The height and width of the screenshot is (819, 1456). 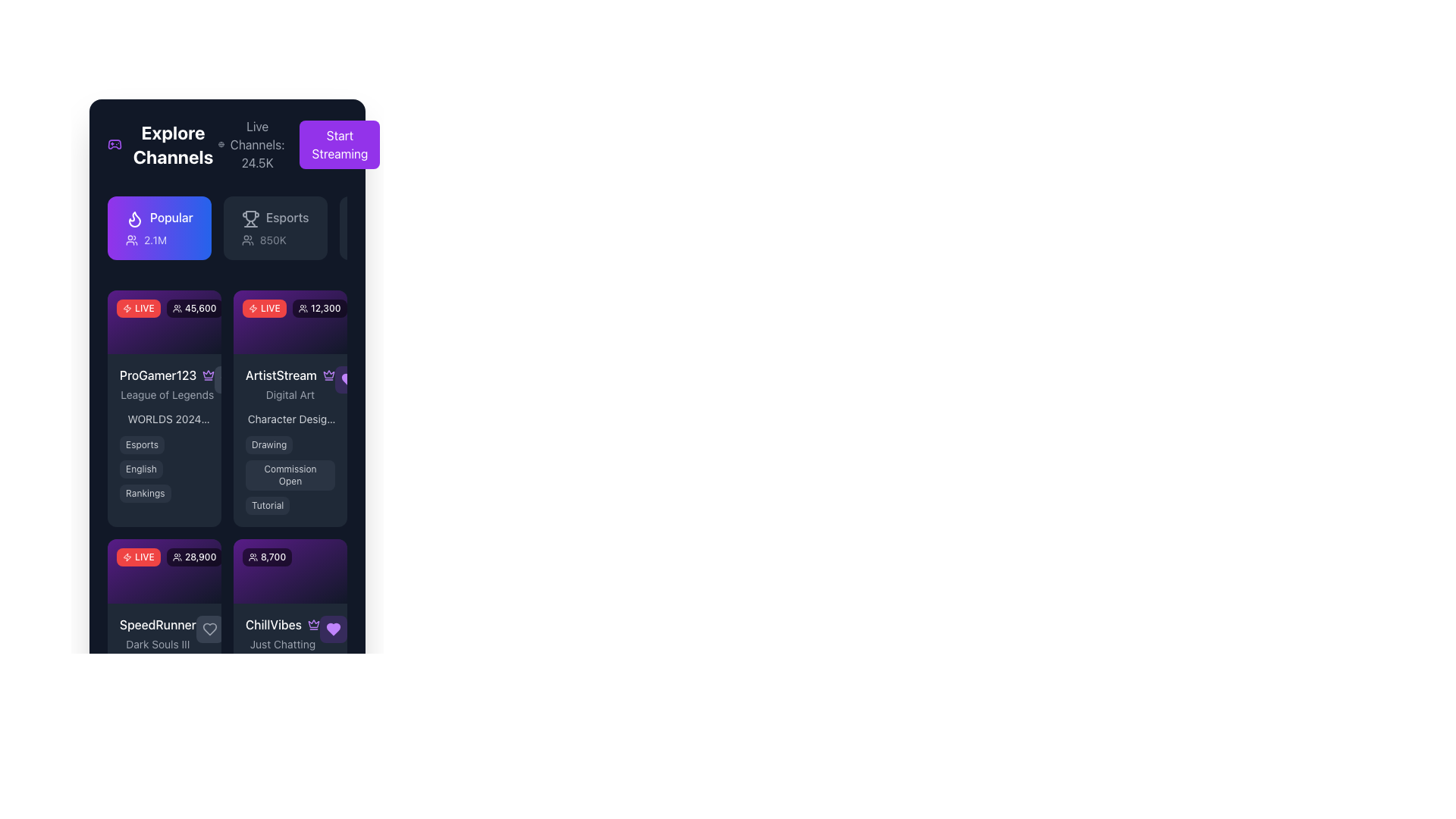 I want to click on the minimalistic user group outline SVG icon located adjacent to the '8,700' badge in the lower right section of the interface, so click(x=253, y=557).